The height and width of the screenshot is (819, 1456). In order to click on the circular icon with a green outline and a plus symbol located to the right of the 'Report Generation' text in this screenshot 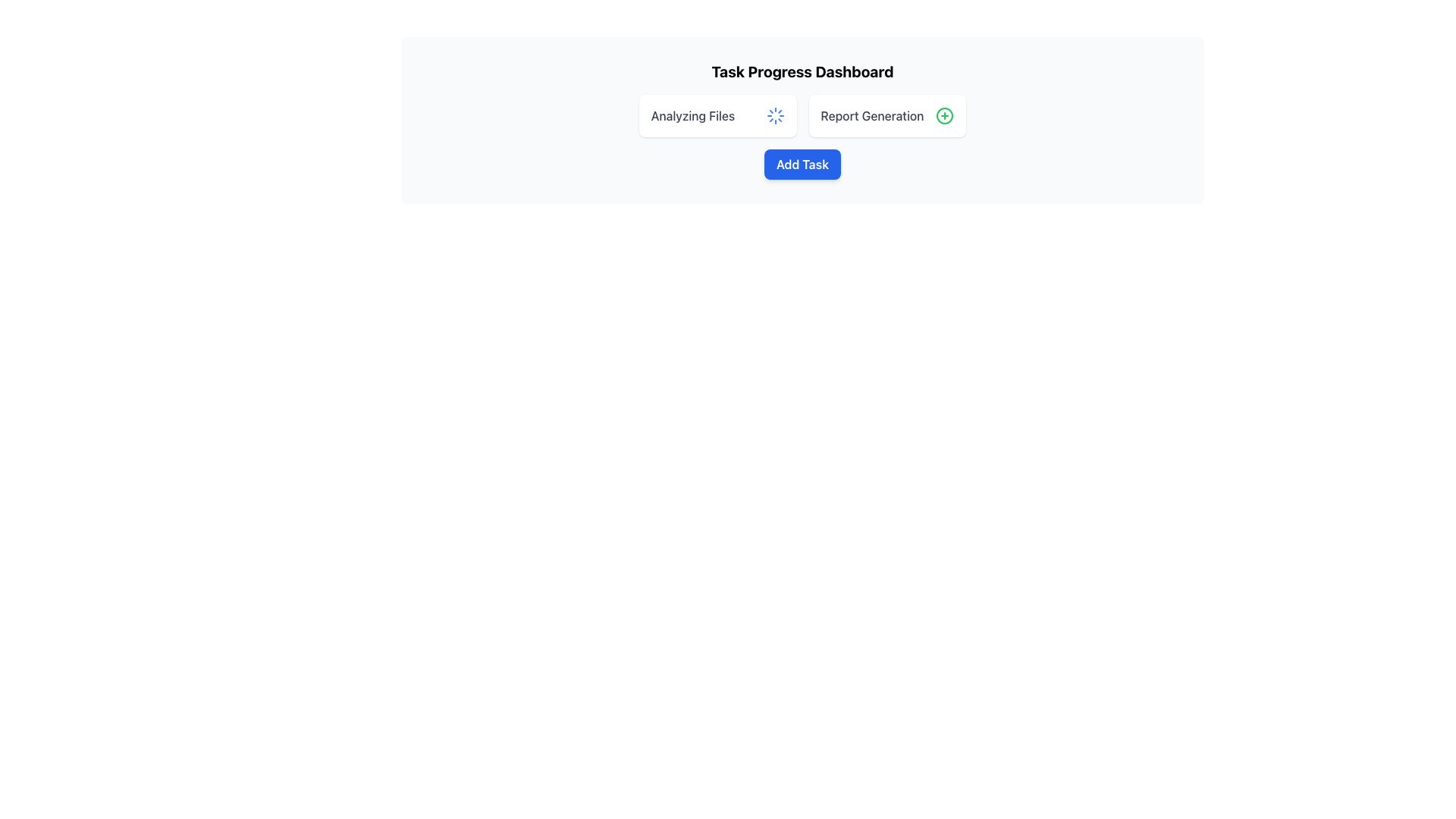, I will do `click(944, 115)`.